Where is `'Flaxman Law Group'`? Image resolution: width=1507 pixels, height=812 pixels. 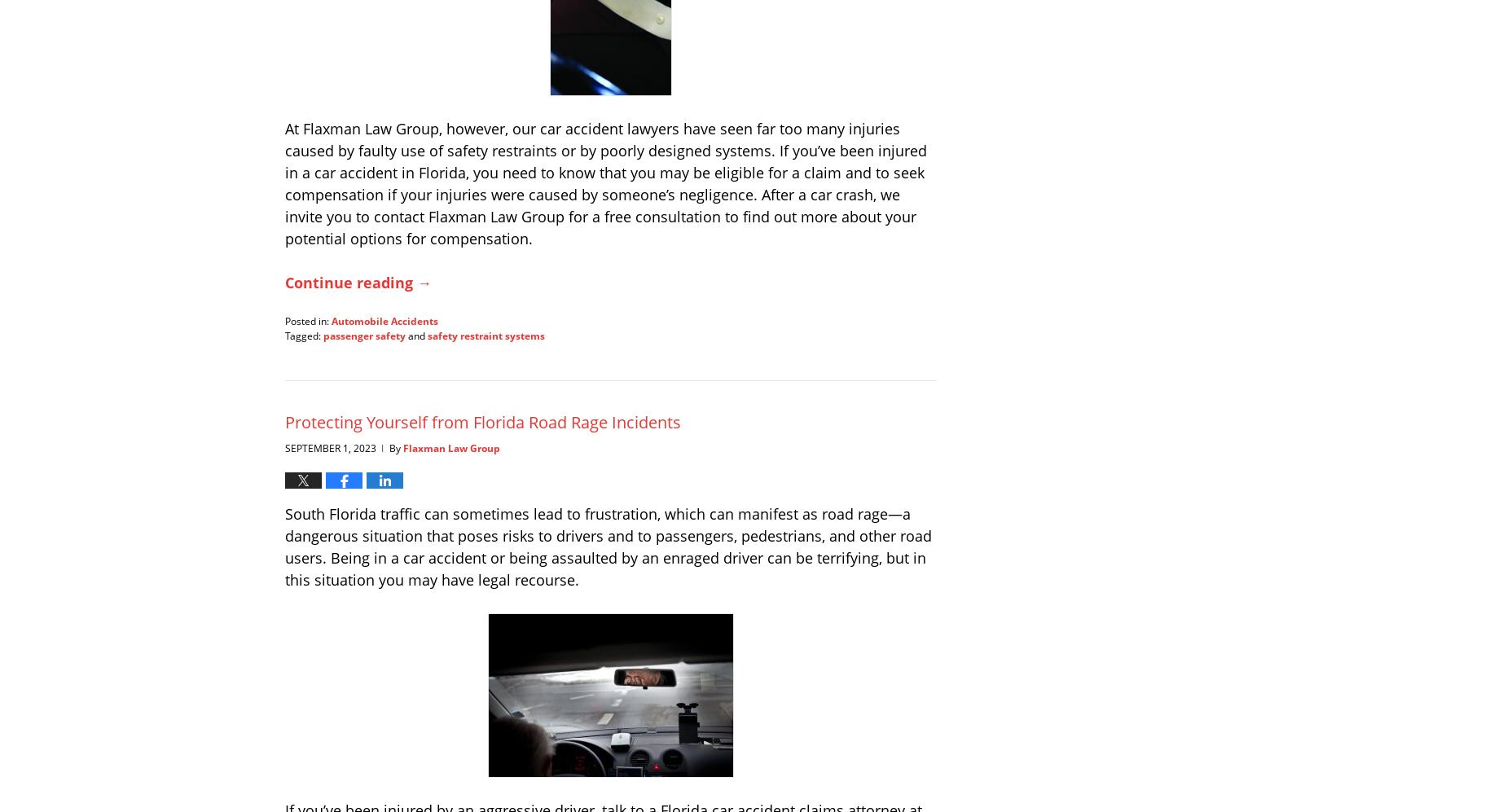
'Flaxman Law Group' is located at coordinates (451, 447).